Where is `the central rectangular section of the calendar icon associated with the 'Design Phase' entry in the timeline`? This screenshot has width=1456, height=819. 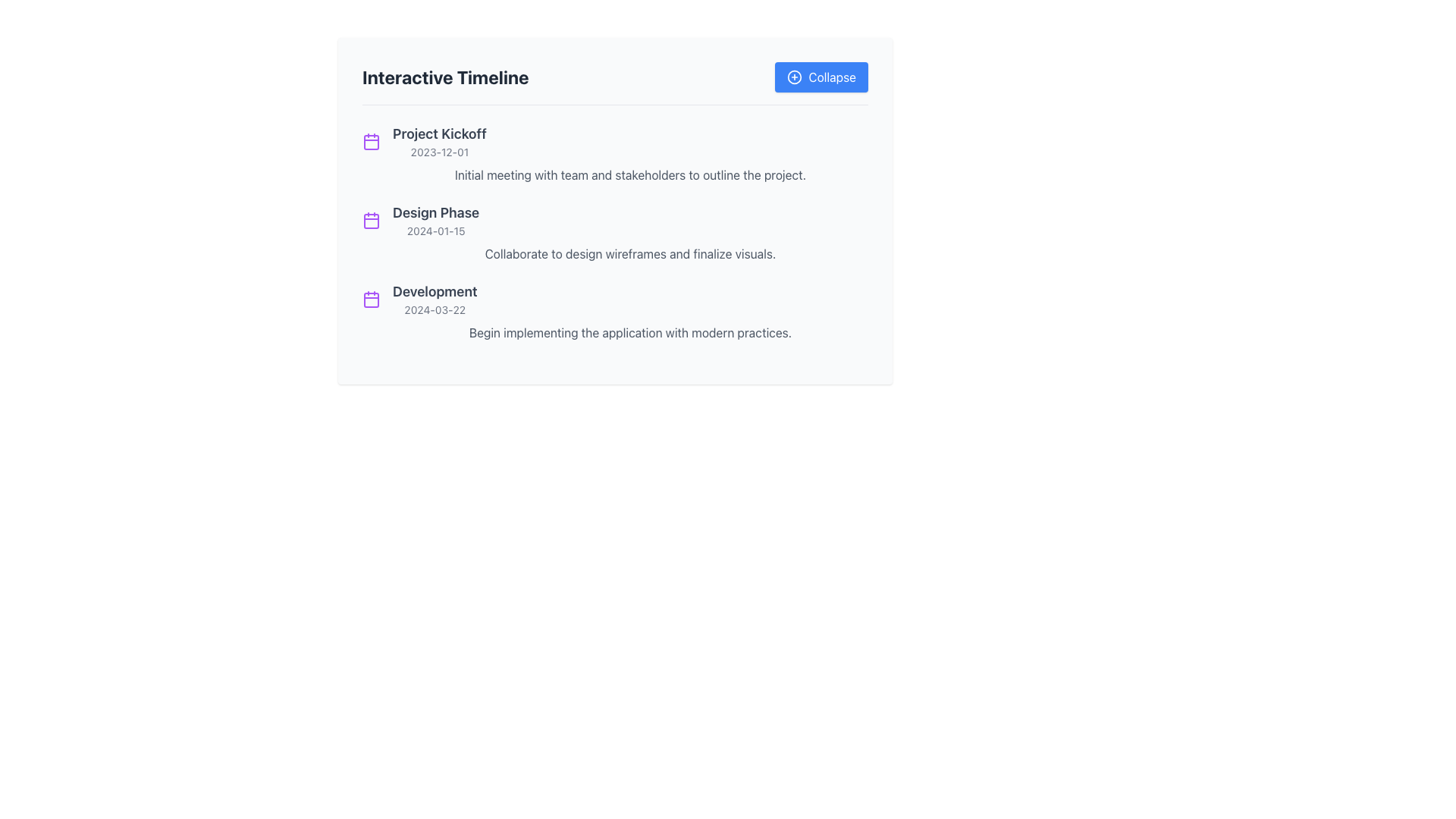 the central rectangular section of the calendar icon associated with the 'Design Phase' entry in the timeline is located at coordinates (371, 221).